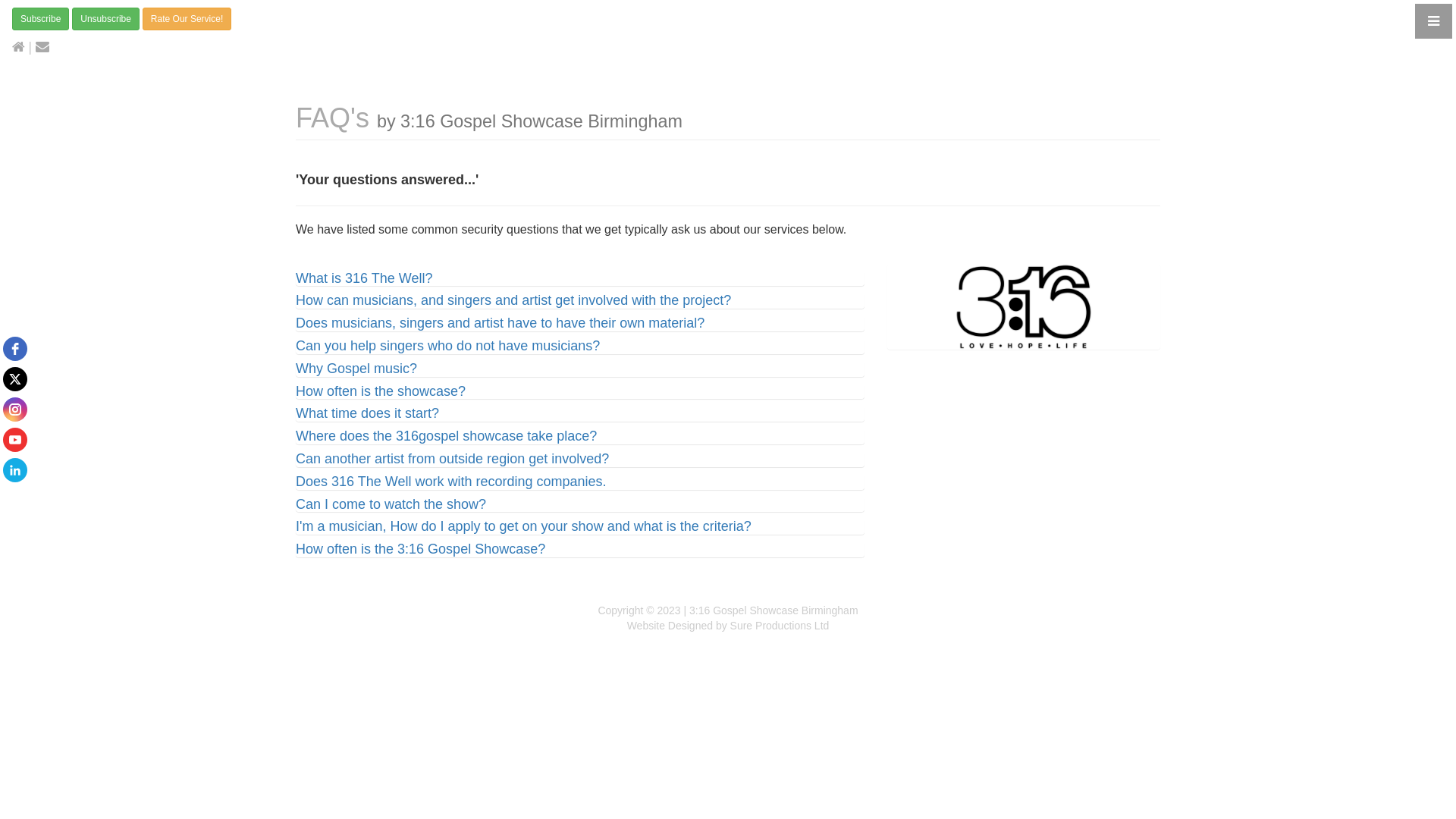 The width and height of the screenshot is (1456, 819). Describe the element at coordinates (364, 278) in the screenshot. I see `'What is 316 The Well?'` at that location.